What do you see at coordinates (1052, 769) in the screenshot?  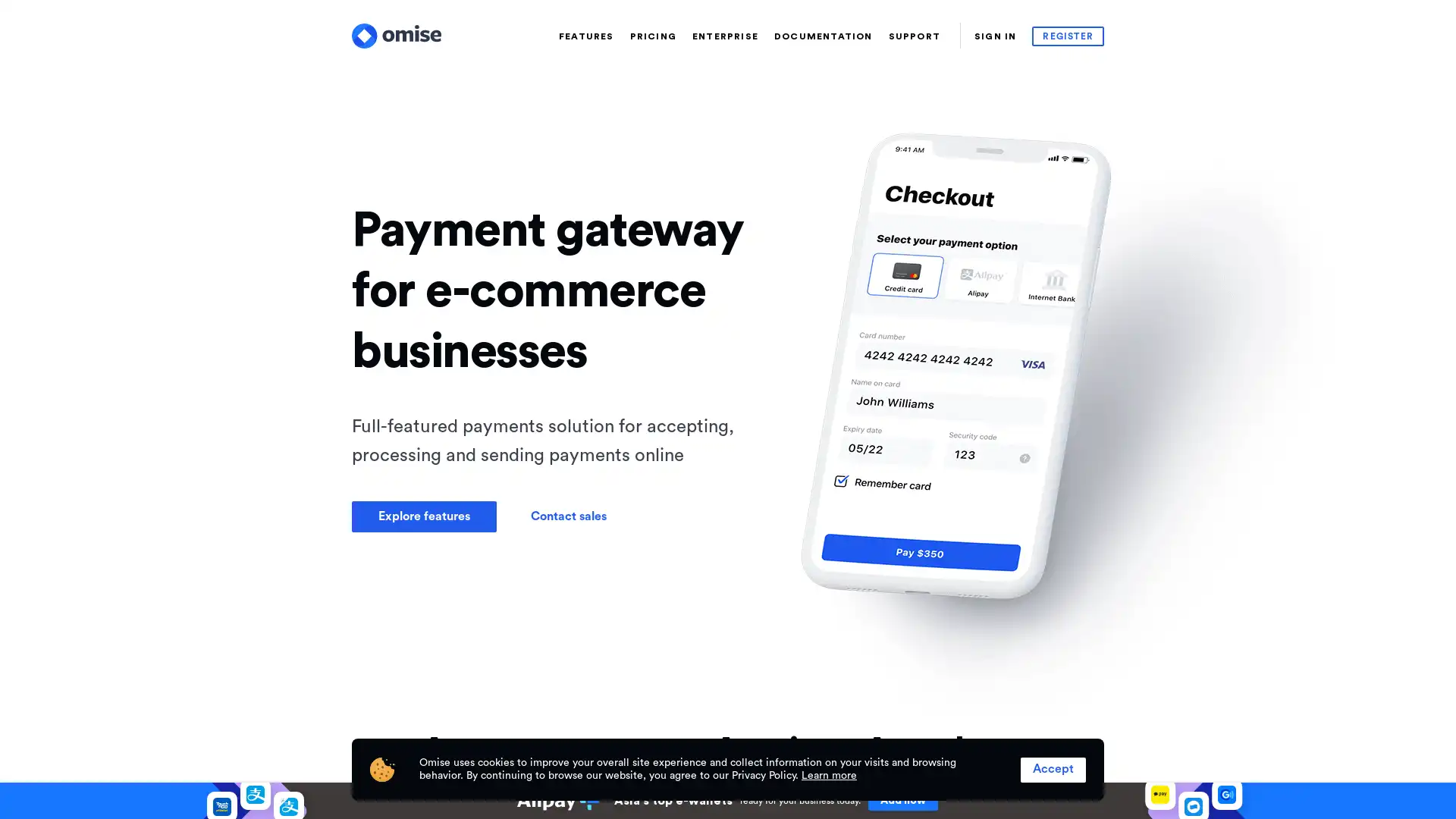 I see `Accept` at bounding box center [1052, 769].